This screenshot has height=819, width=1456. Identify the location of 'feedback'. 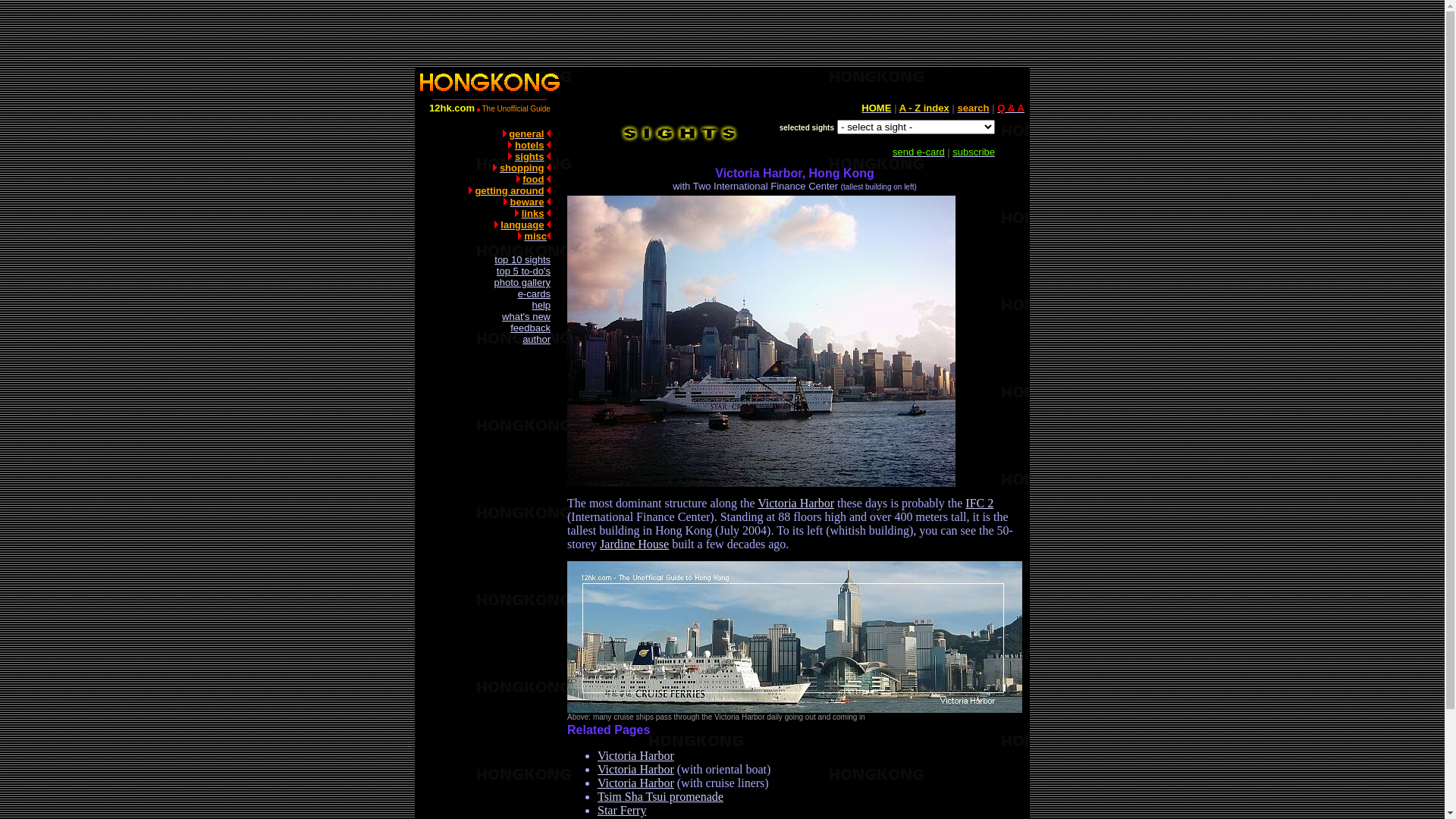
(530, 327).